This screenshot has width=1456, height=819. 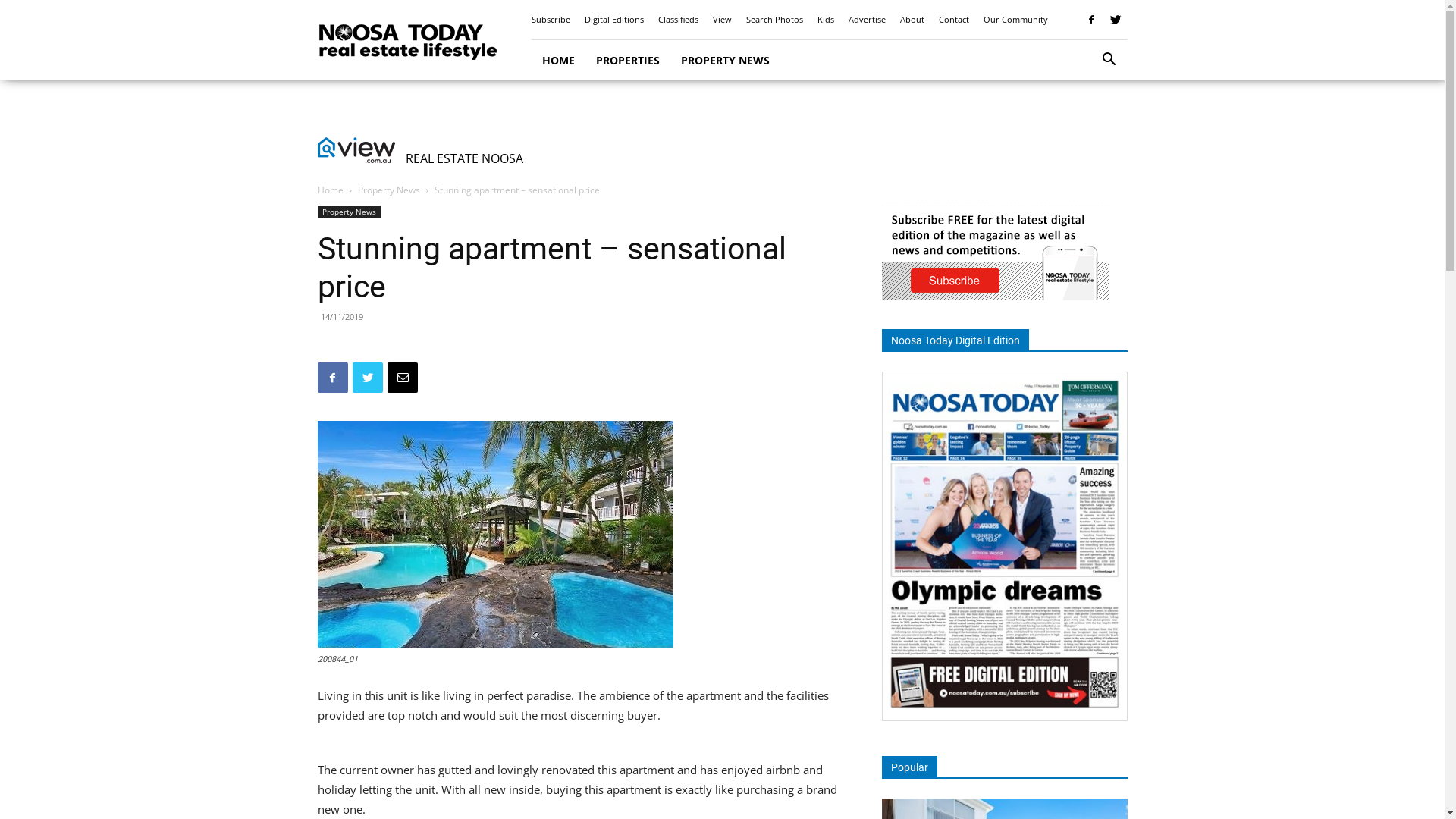 I want to click on 'Digital Editions', so click(x=613, y=19).